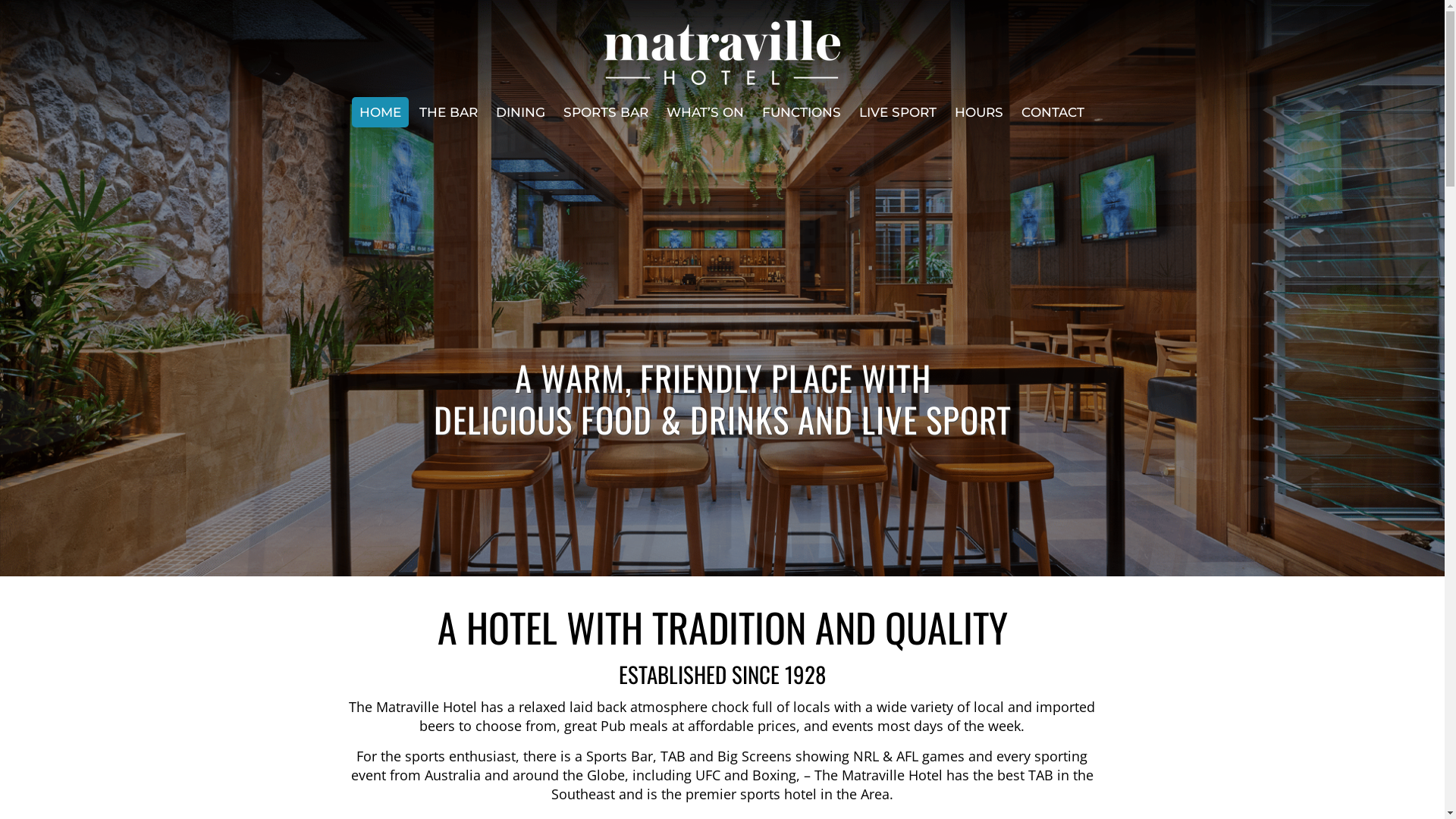 This screenshot has width=1456, height=819. Describe the element at coordinates (351, 111) in the screenshot. I see `'HOME'` at that location.